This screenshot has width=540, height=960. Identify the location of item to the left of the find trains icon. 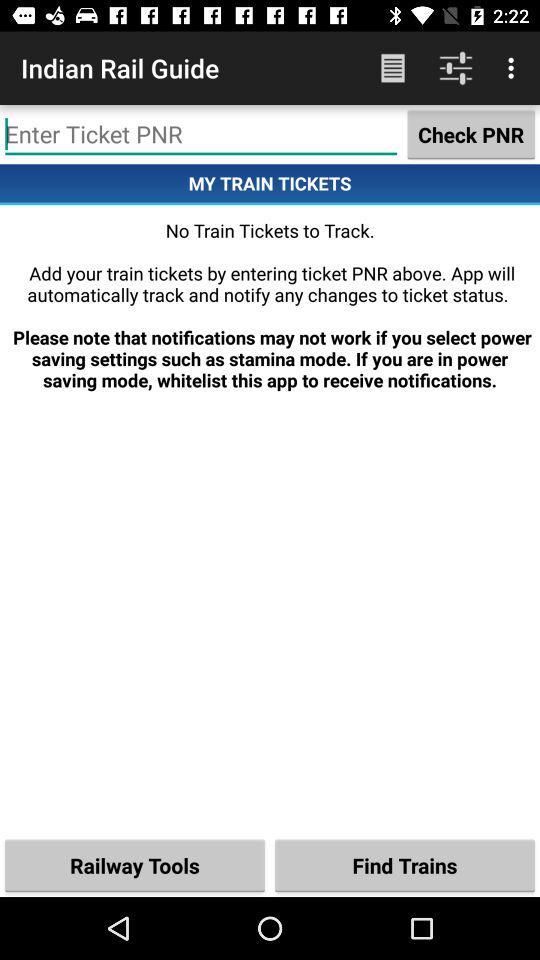
(135, 864).